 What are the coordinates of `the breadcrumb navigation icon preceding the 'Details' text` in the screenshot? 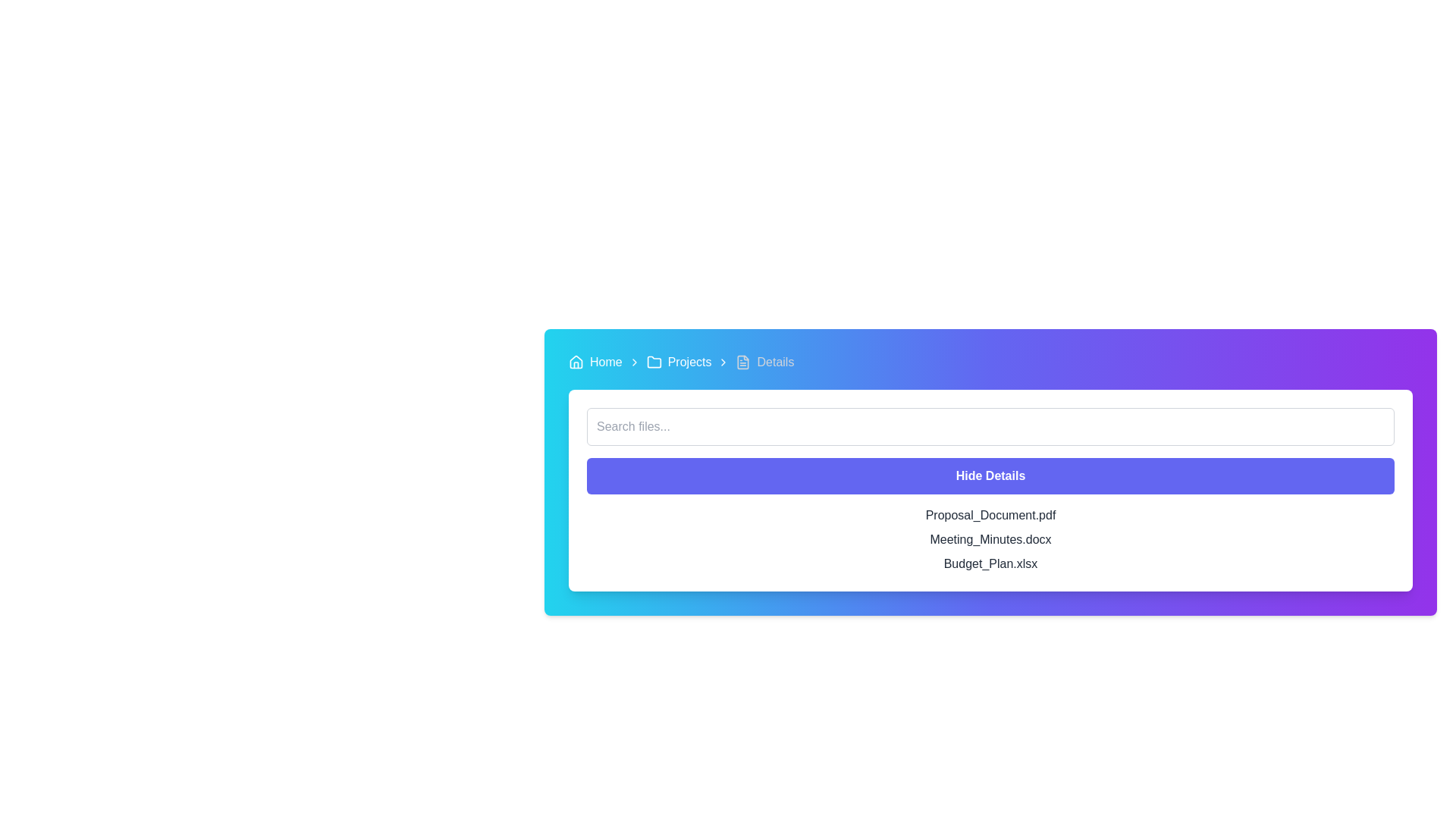 It's located at (743, 362).